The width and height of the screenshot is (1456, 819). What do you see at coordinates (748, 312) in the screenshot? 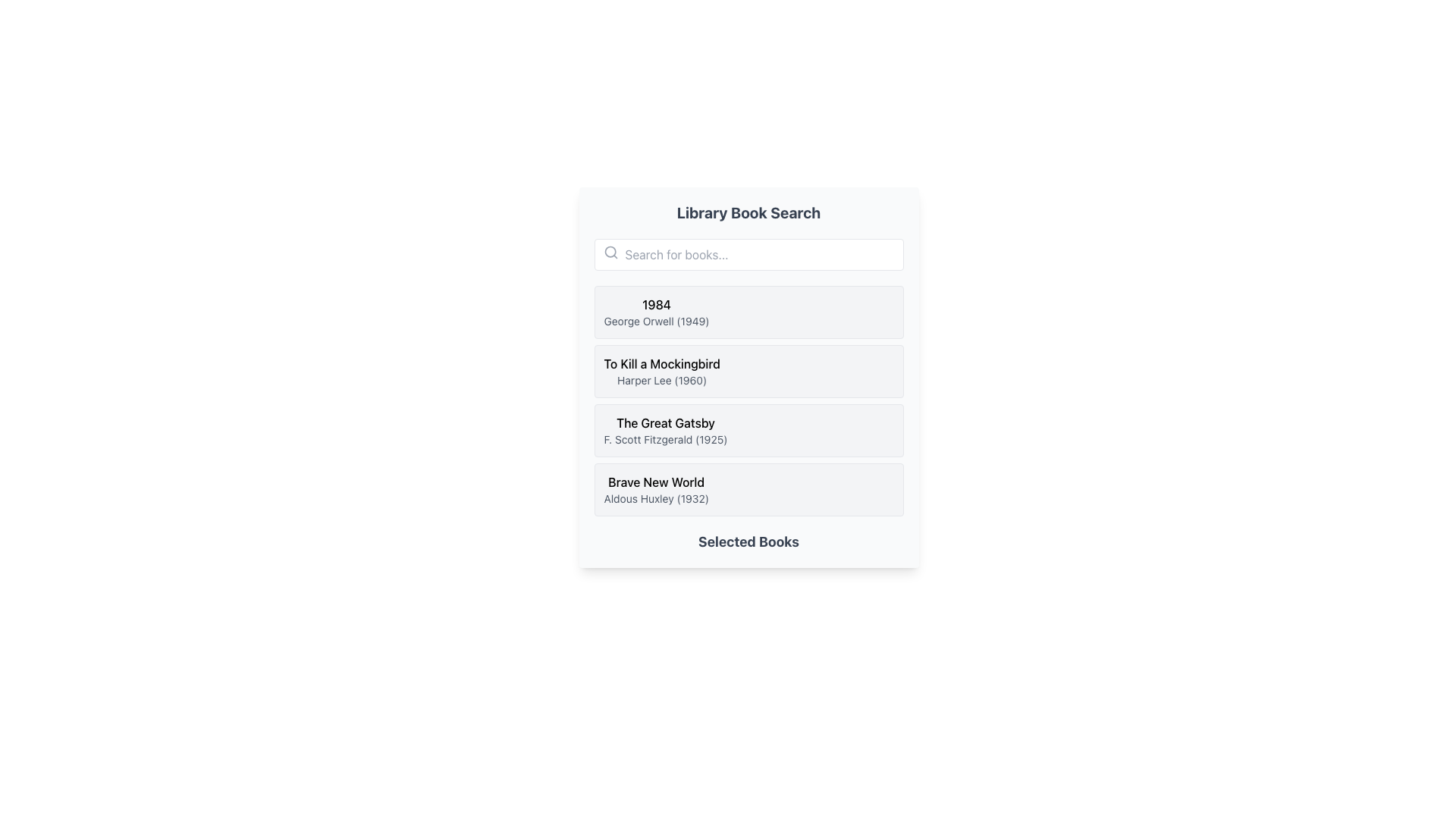
I see `the first list item representing the book '1984' by George Orwell` at bounding box center [748, 312].